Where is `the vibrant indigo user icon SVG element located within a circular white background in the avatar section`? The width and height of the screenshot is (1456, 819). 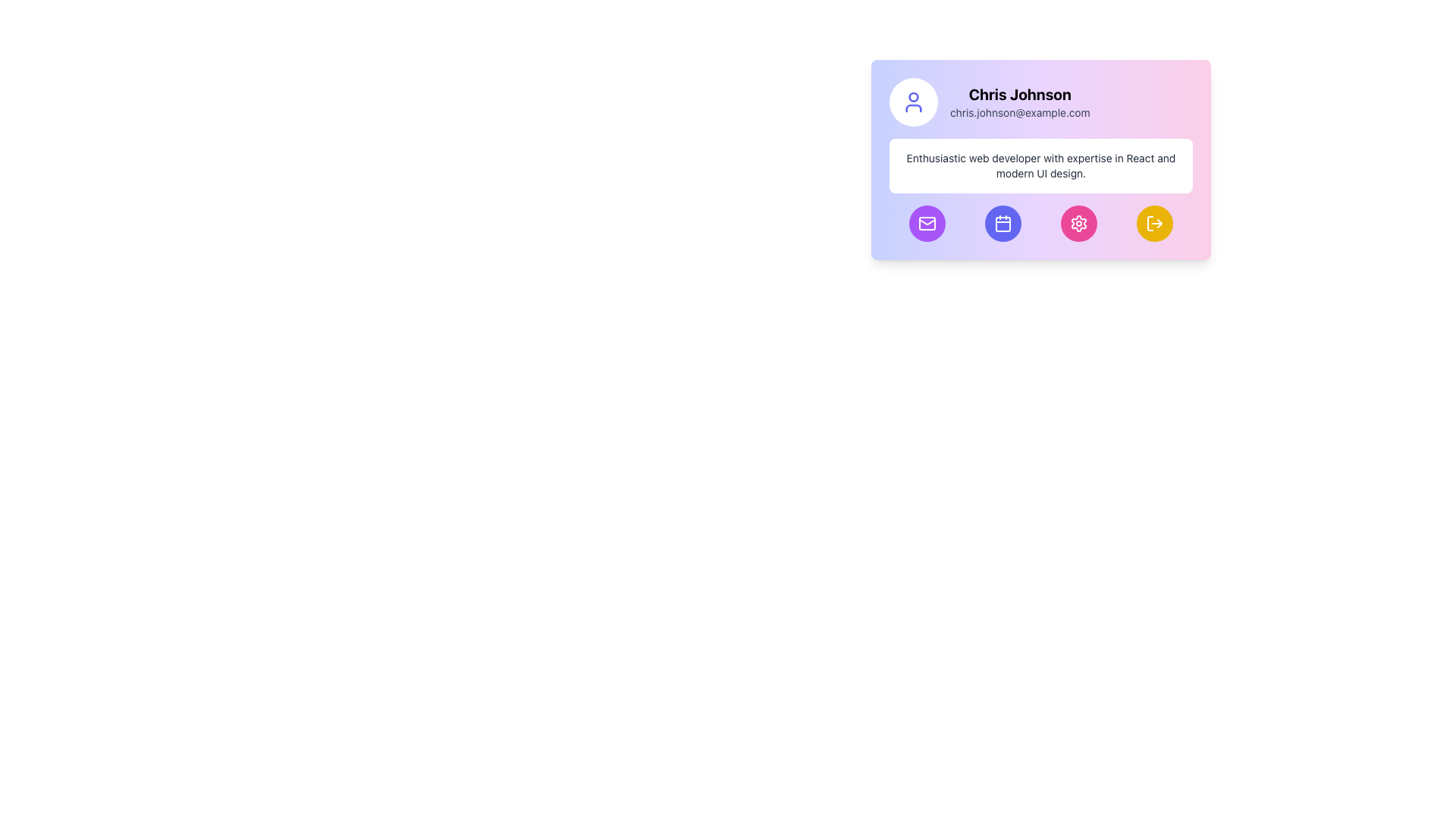 the vibrant indigo user icon SVG element located within a circular white background in the avatar section is located at coordinates (912, 102).